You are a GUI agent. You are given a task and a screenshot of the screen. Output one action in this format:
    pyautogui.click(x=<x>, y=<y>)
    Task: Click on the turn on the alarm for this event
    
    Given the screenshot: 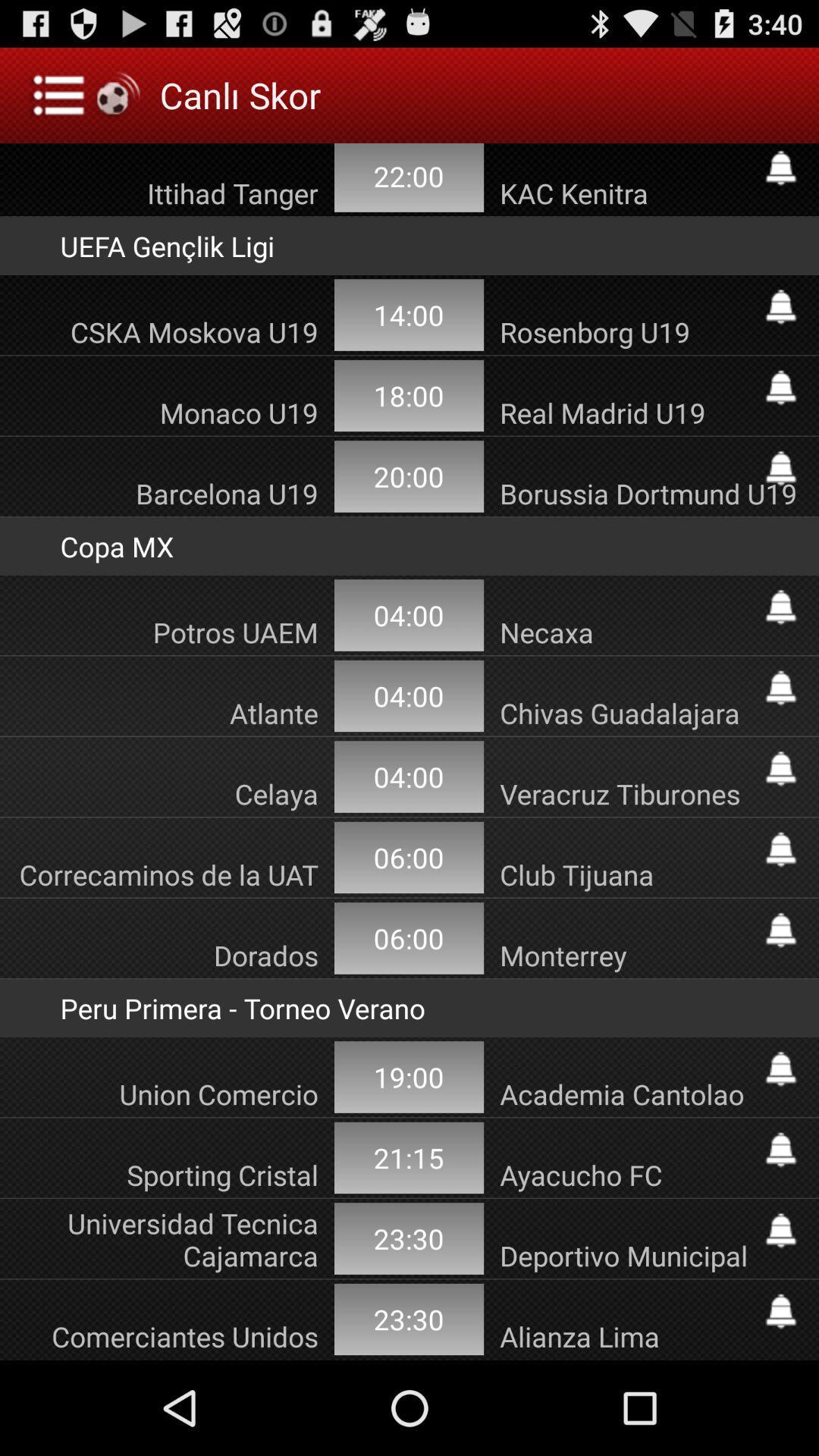 What is the action you would take?
    pyautogui.click(x=780, y=687)
    